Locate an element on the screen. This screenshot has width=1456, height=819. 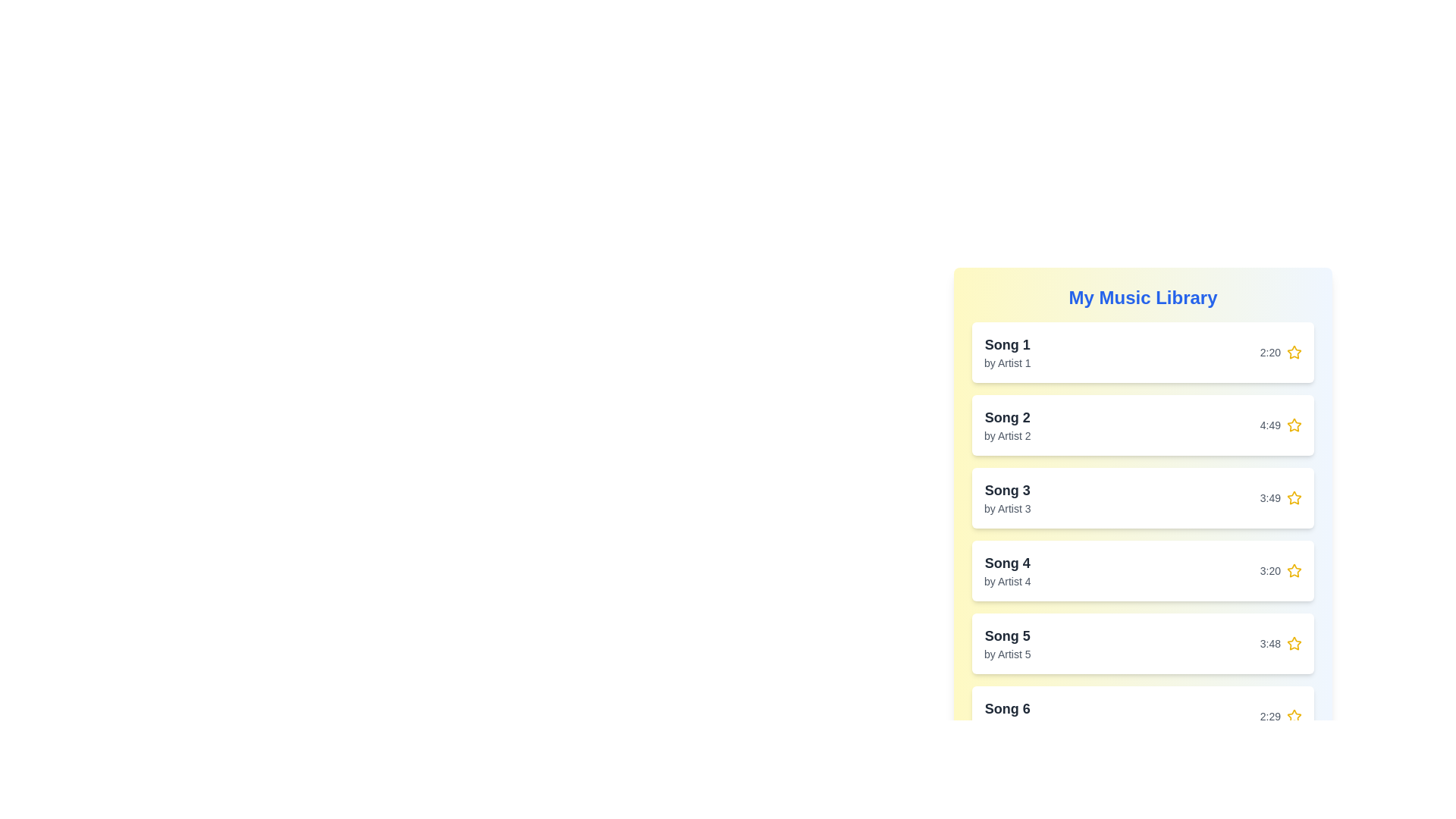
the text display component that shows the title and artist of a song in the music library, specifically the second item in the list under 'My Music Library.' is located at coordinates (1007, 425).